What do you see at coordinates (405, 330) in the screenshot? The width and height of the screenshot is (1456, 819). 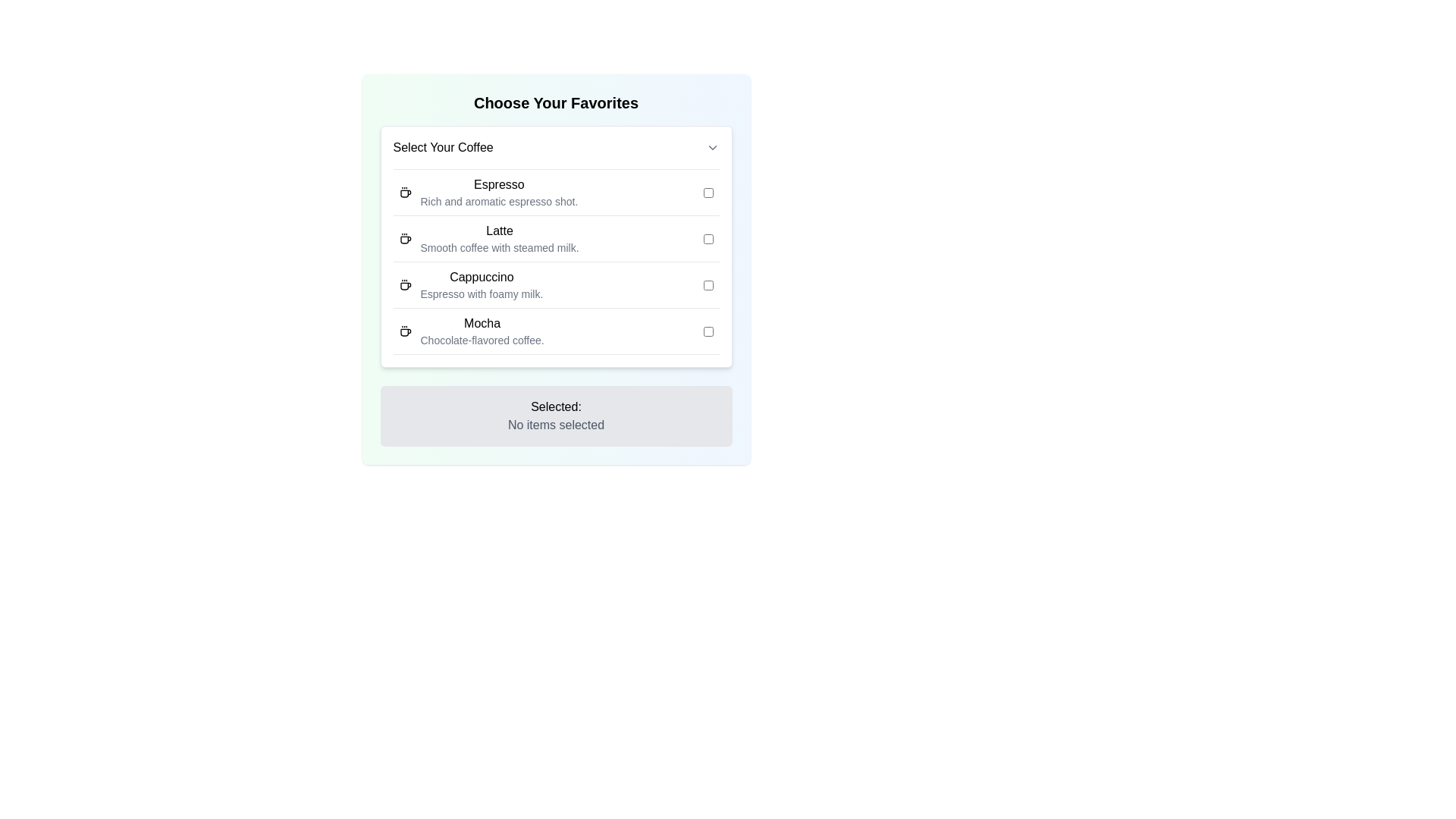 I see `the Mocha coffee icon` at bounding box center [405, 330].